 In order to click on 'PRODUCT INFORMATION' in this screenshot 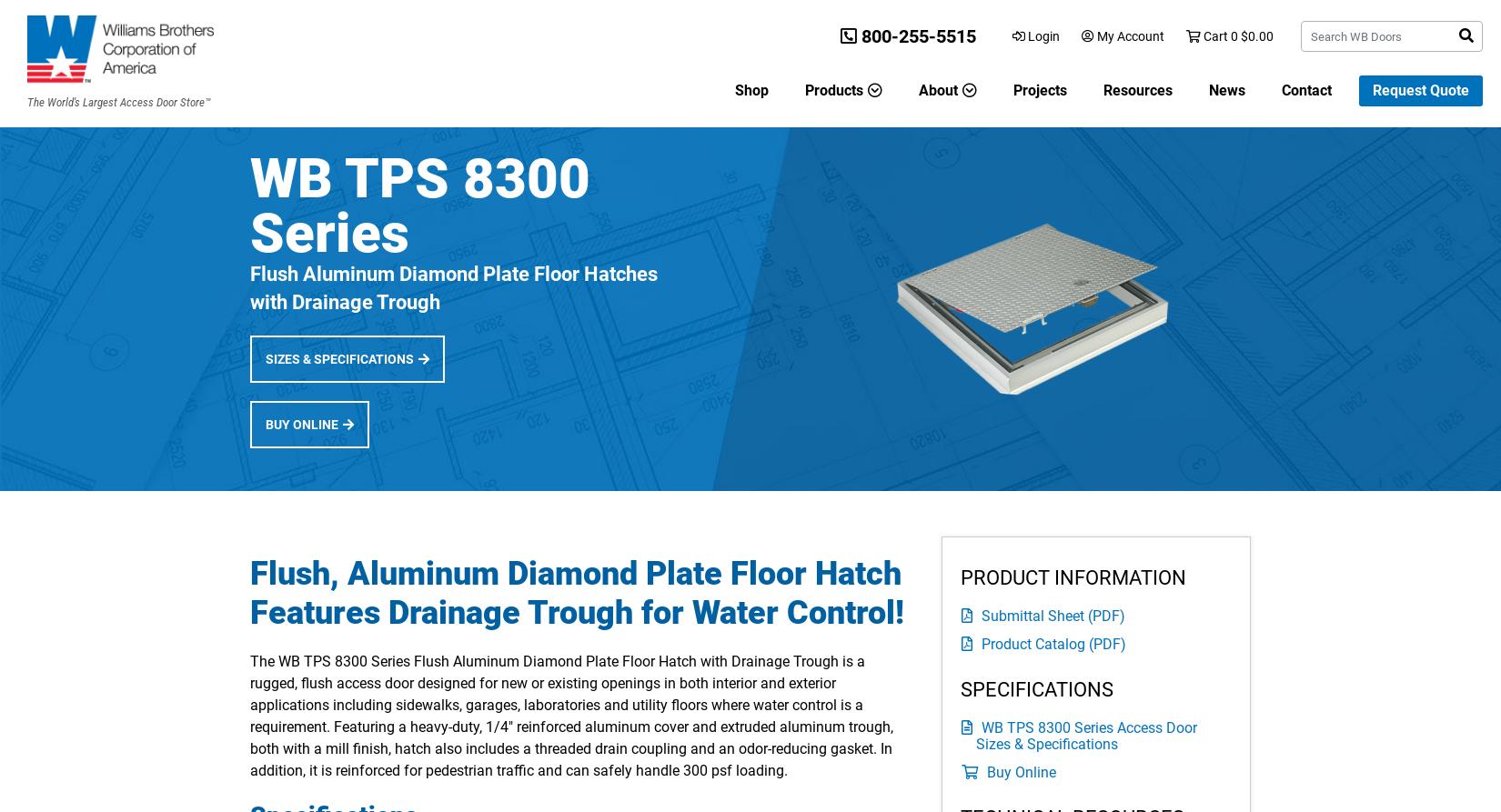, I will do `click(961, 577)`.